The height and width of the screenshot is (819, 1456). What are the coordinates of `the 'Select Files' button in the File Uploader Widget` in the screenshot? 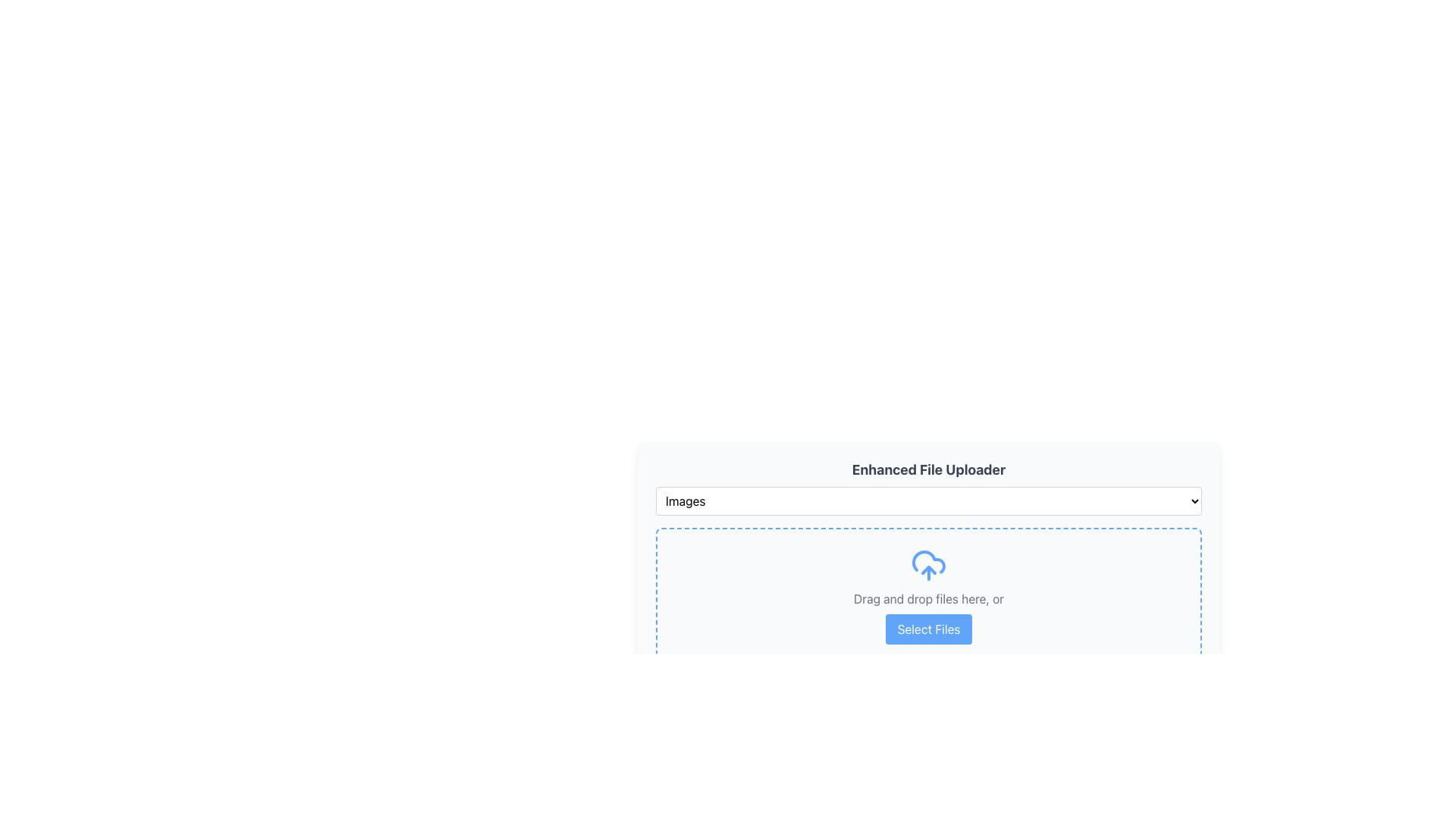 It's located at (927, 567).